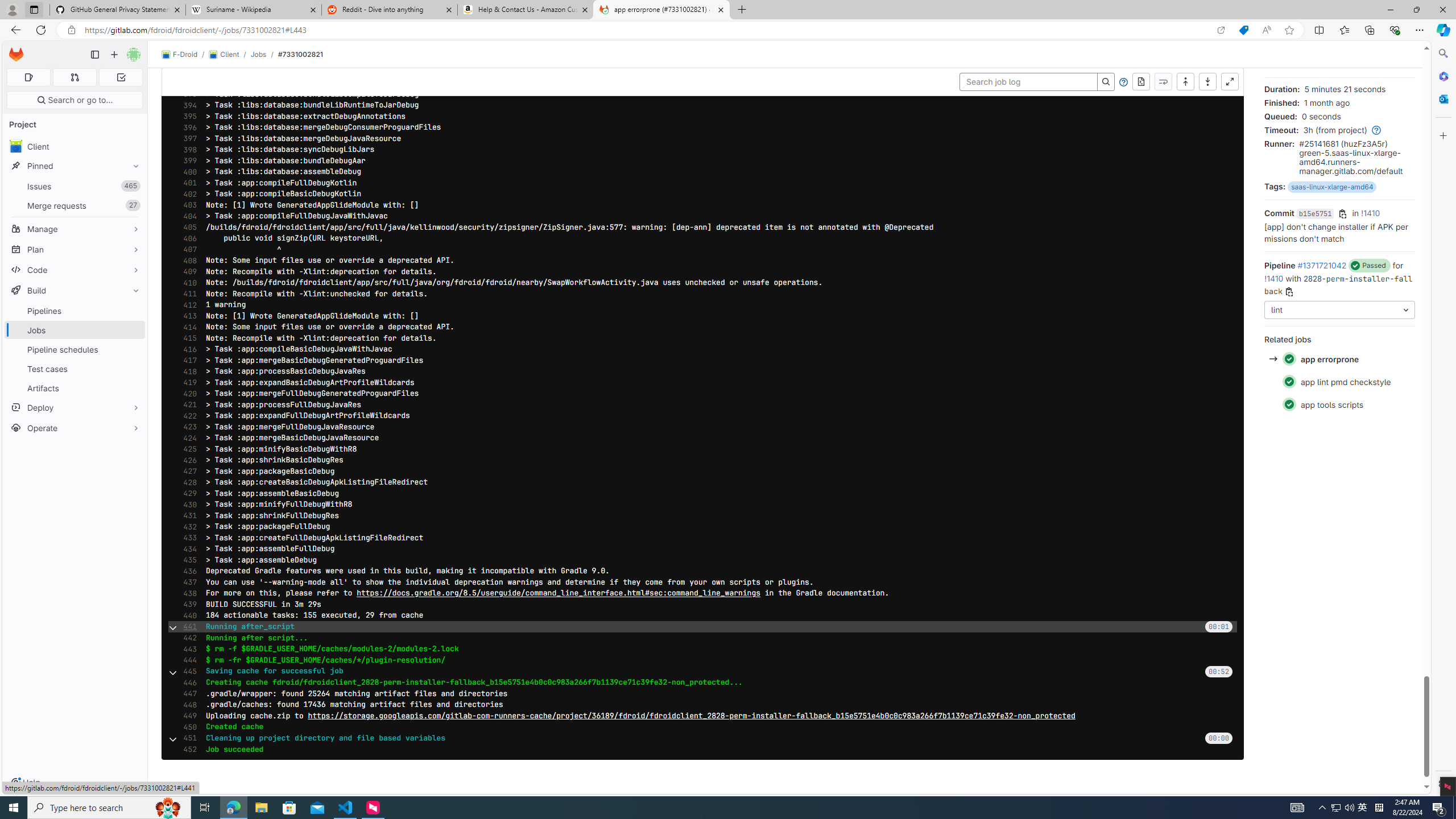 This screenshot has height=819, width=1456. What do you see at coordinates (186, 494) in the screenshot?
I see `'429'` at bounding box center [186, 494].